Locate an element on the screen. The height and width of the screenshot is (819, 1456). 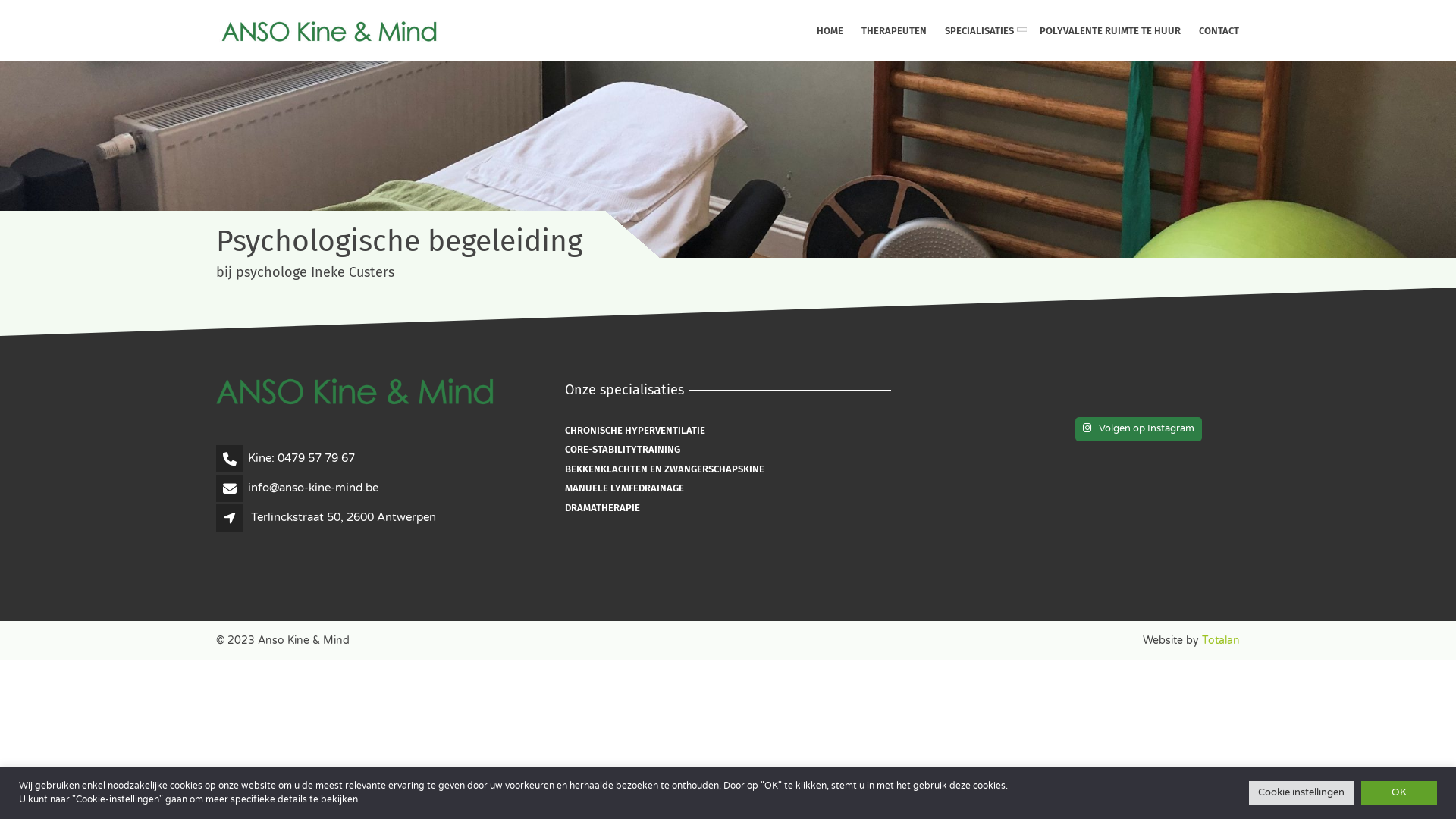
'HOME' is located at coordinates (829, 30).